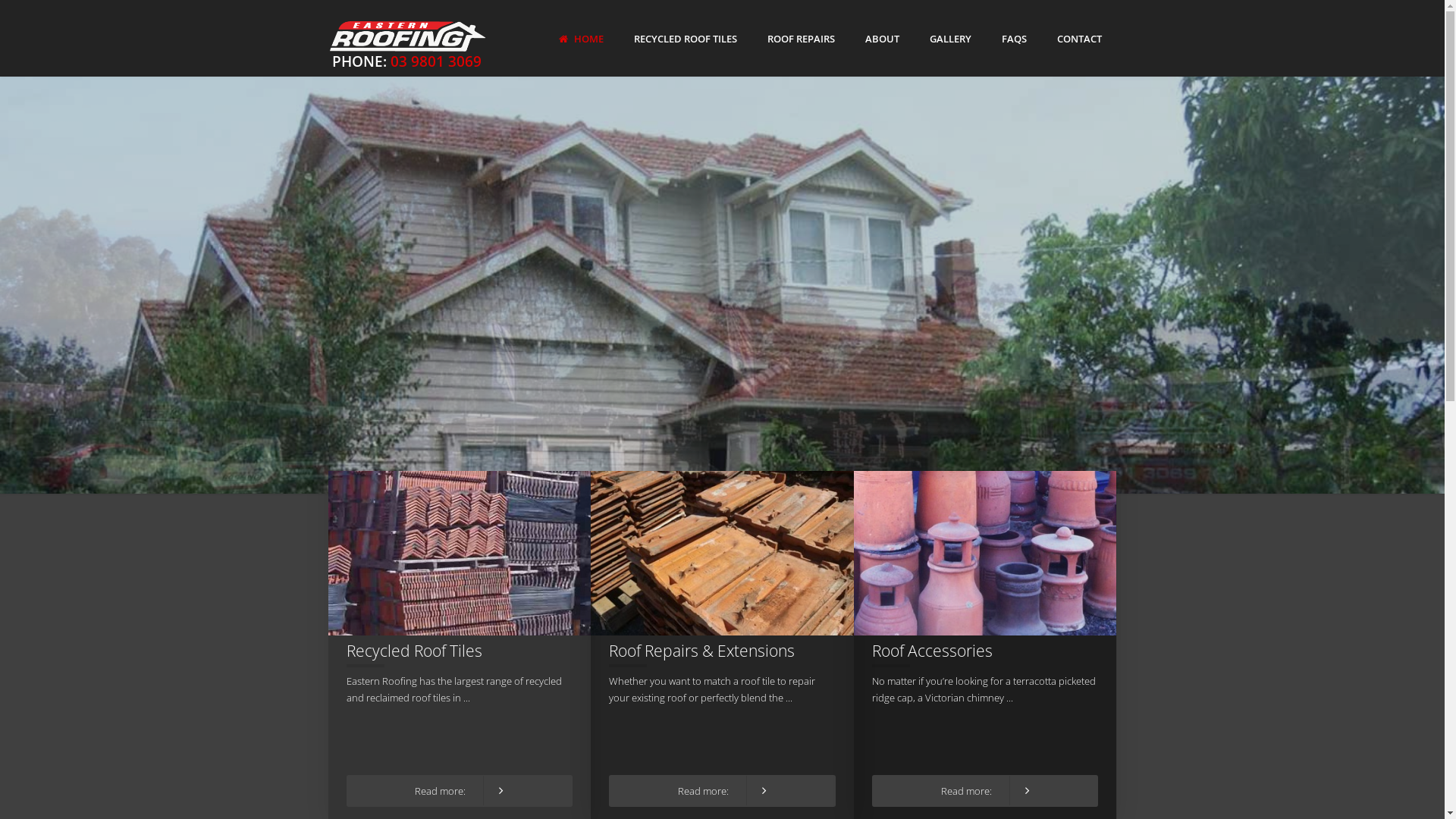 This screenshot has height=819, width=1456. Describe the element at coordinates (281, 359) in the screenshot. I see `'Melbourne's biggest stockist of second-hand roof tiles'` at that location.